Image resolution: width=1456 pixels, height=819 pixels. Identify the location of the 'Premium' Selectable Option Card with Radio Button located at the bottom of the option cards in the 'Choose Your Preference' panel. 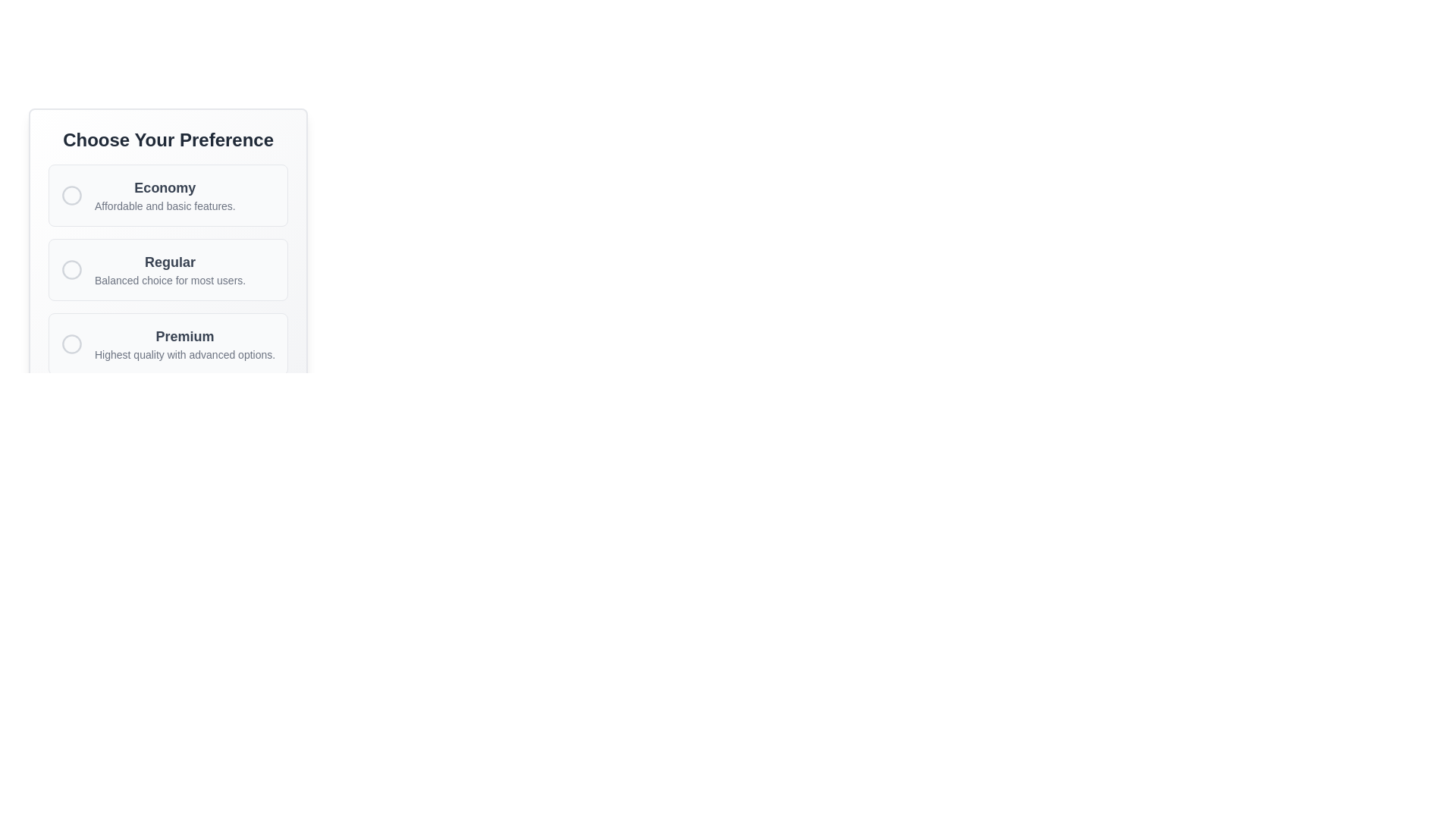
(168, 344).